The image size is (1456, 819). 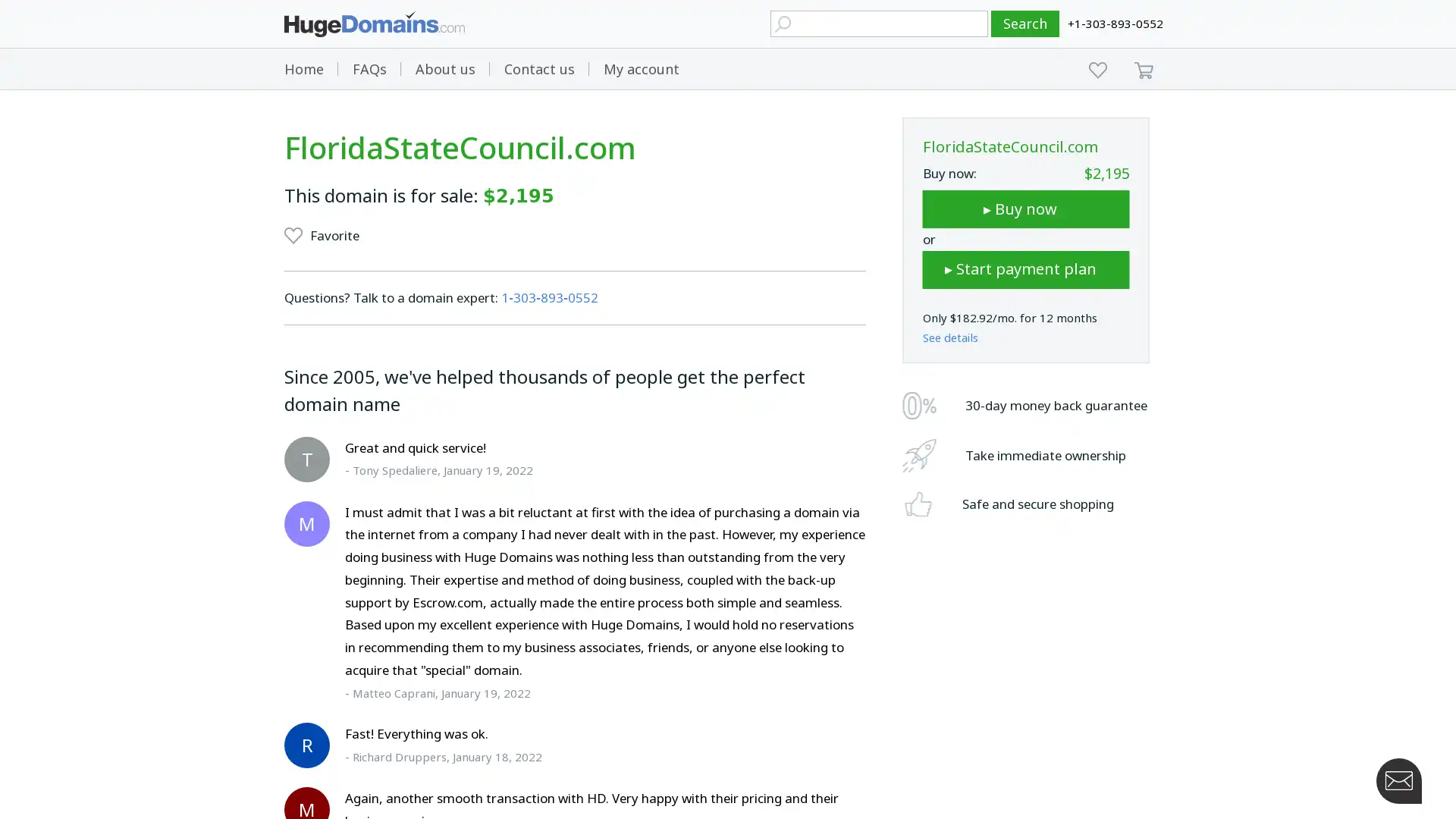 I want to click on Search, so click(x=1025, y=24).